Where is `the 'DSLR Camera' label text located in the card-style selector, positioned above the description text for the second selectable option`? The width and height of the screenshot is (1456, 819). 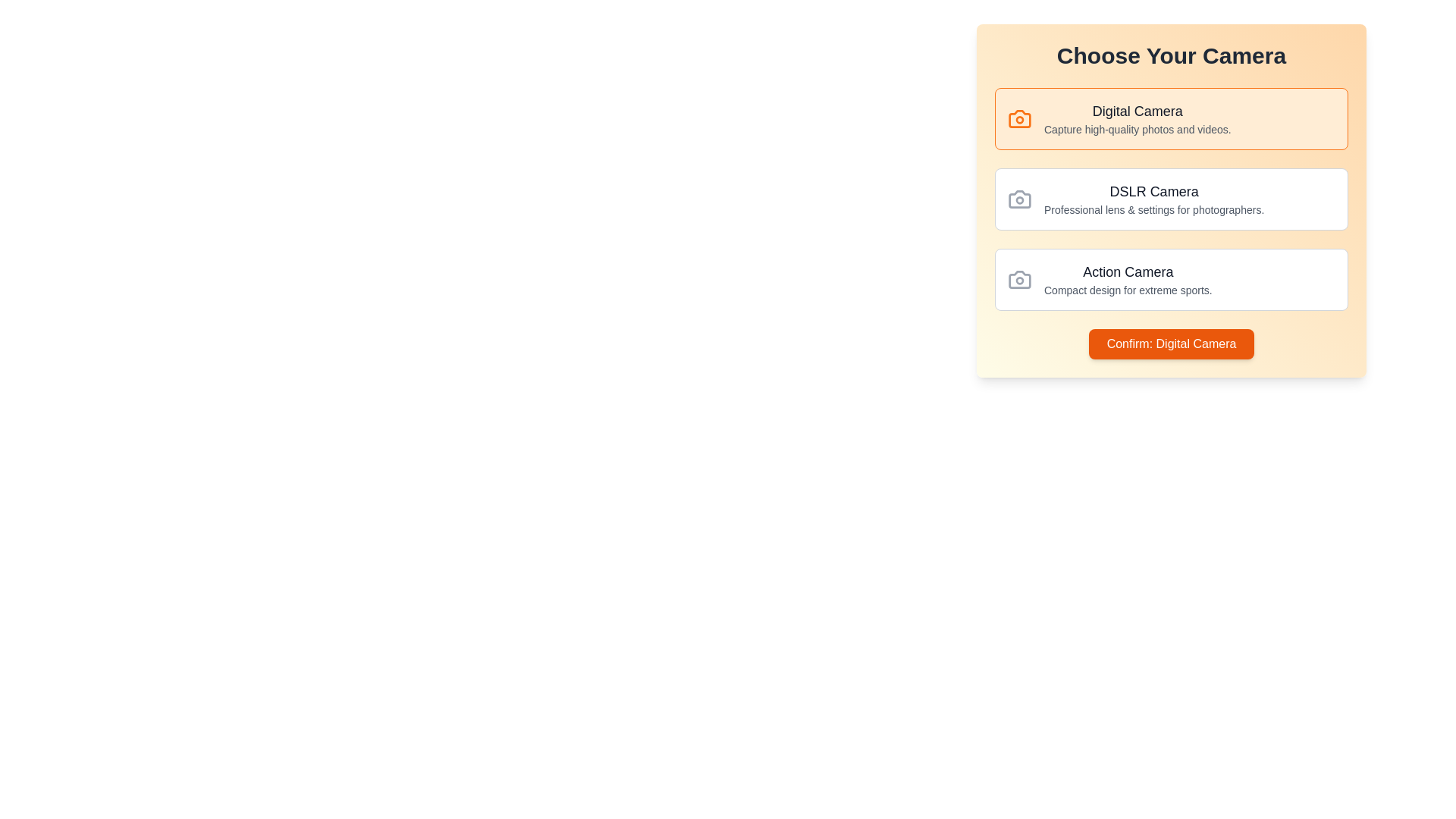 the 'DSLR Camera' label text located in the card-style selector, positioned above the description text for the second selectable option is located at coordinates (1153, 191).